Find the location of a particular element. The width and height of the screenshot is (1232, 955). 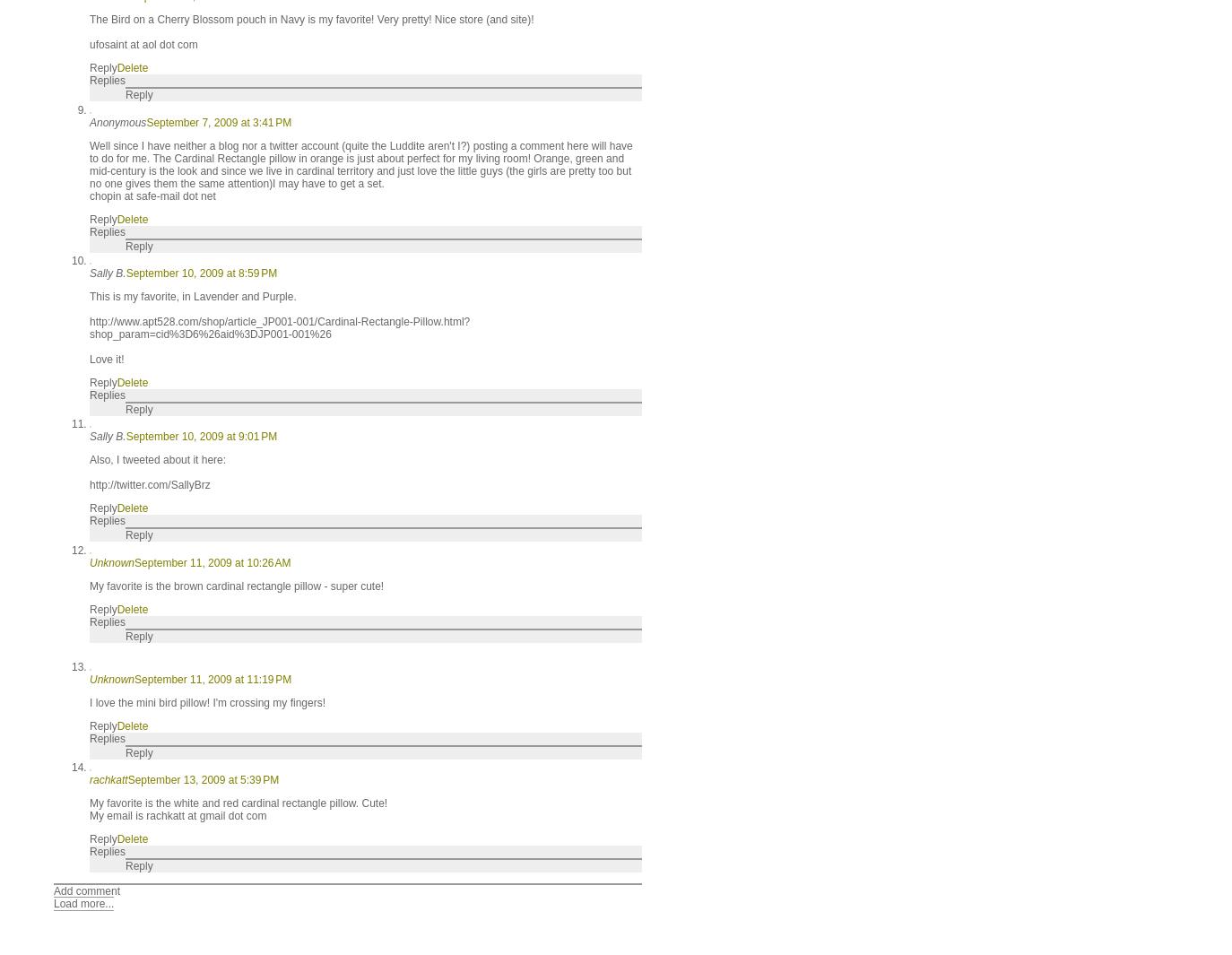

'My favorite is the white and red cardinal rectangle pillow. Cute!' is located at coordinates (238, 803).